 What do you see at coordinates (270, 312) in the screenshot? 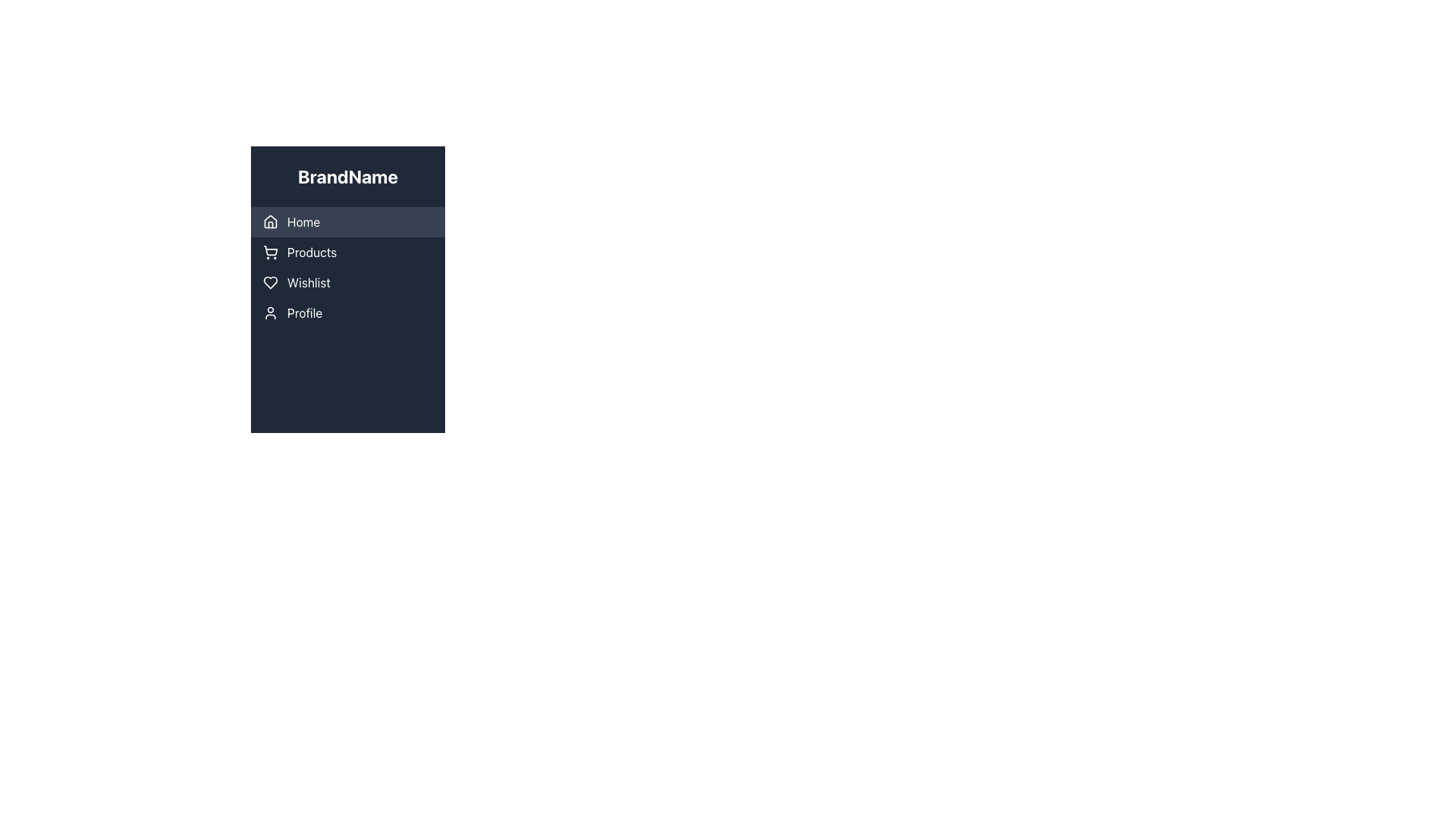
I see `the 'Profile' icon in the vertical navigation menu located below the 'Wishlist' entry` at bounding box center [270, 312].